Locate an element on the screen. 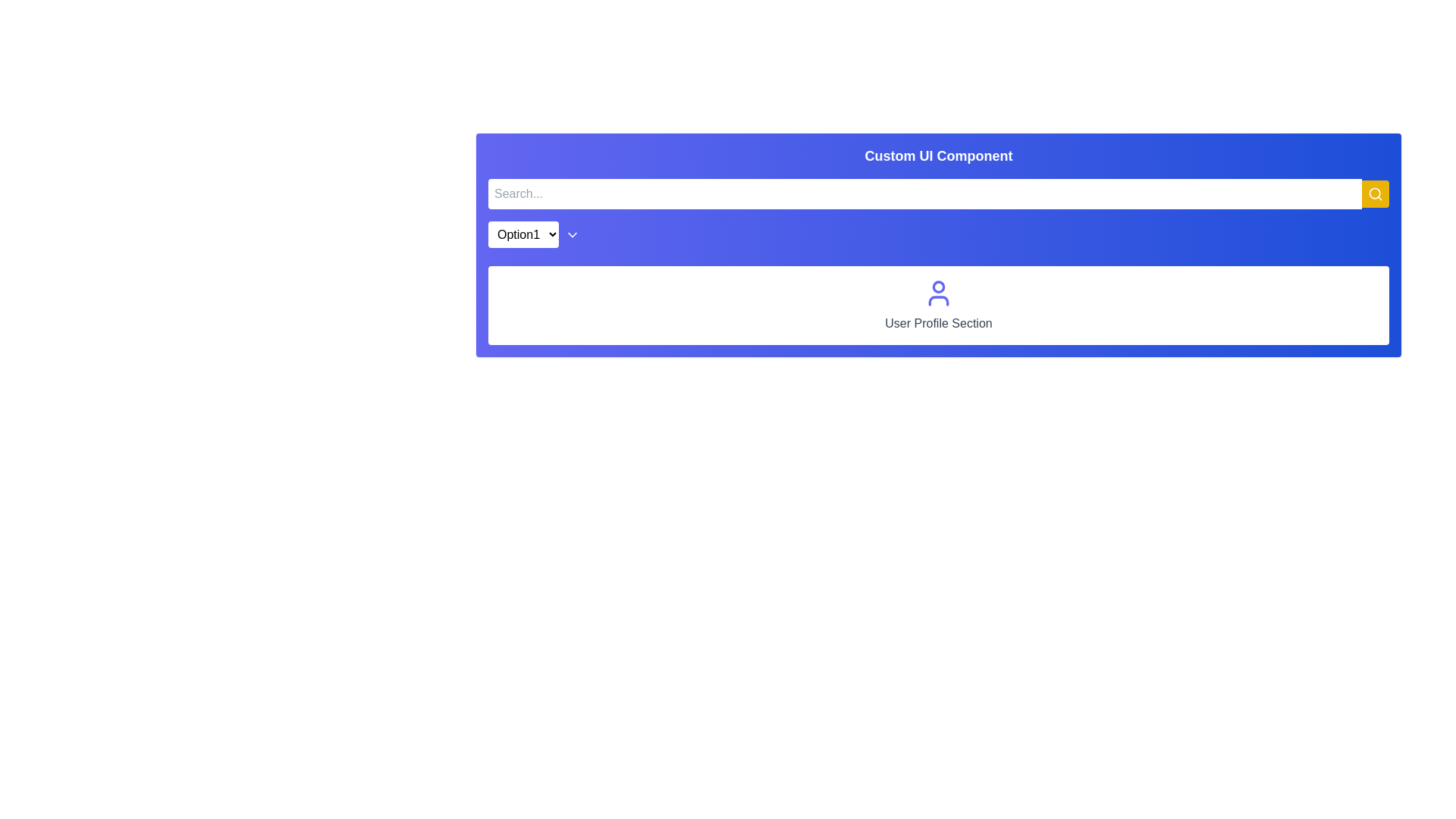 This screenshot has height=819, width=1456. the search icon, which is a white magnifying glass on a yellow circular background located at the top-right corner of the search input field, to initiate the search is located at coordinates (1376, 193).